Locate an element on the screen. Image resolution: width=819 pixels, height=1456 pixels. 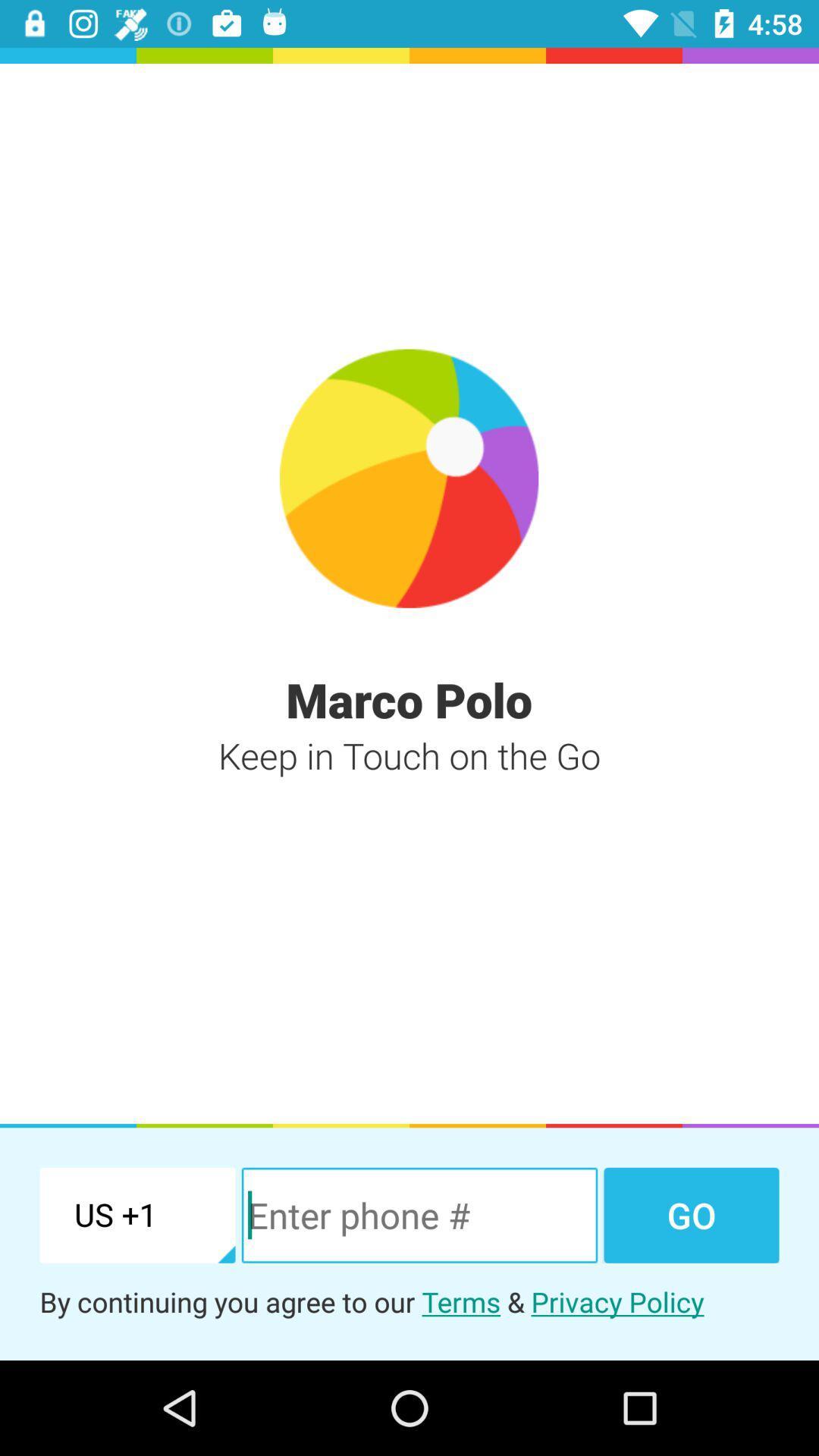
icon above by continuing you icon is located at coordinates (419, 1215).